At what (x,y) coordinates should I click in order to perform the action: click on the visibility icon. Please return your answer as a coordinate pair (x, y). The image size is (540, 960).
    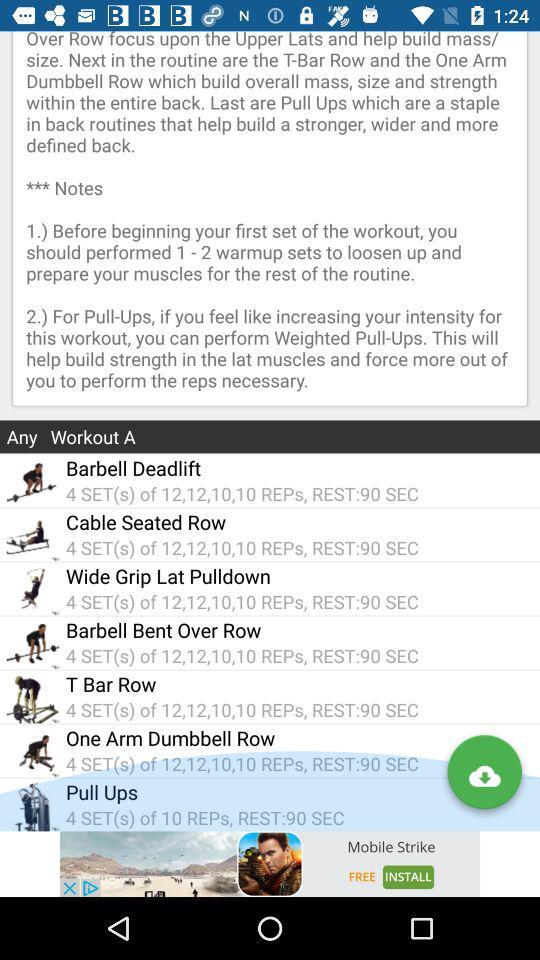
    Looking at the image, I should click on (483, 775).